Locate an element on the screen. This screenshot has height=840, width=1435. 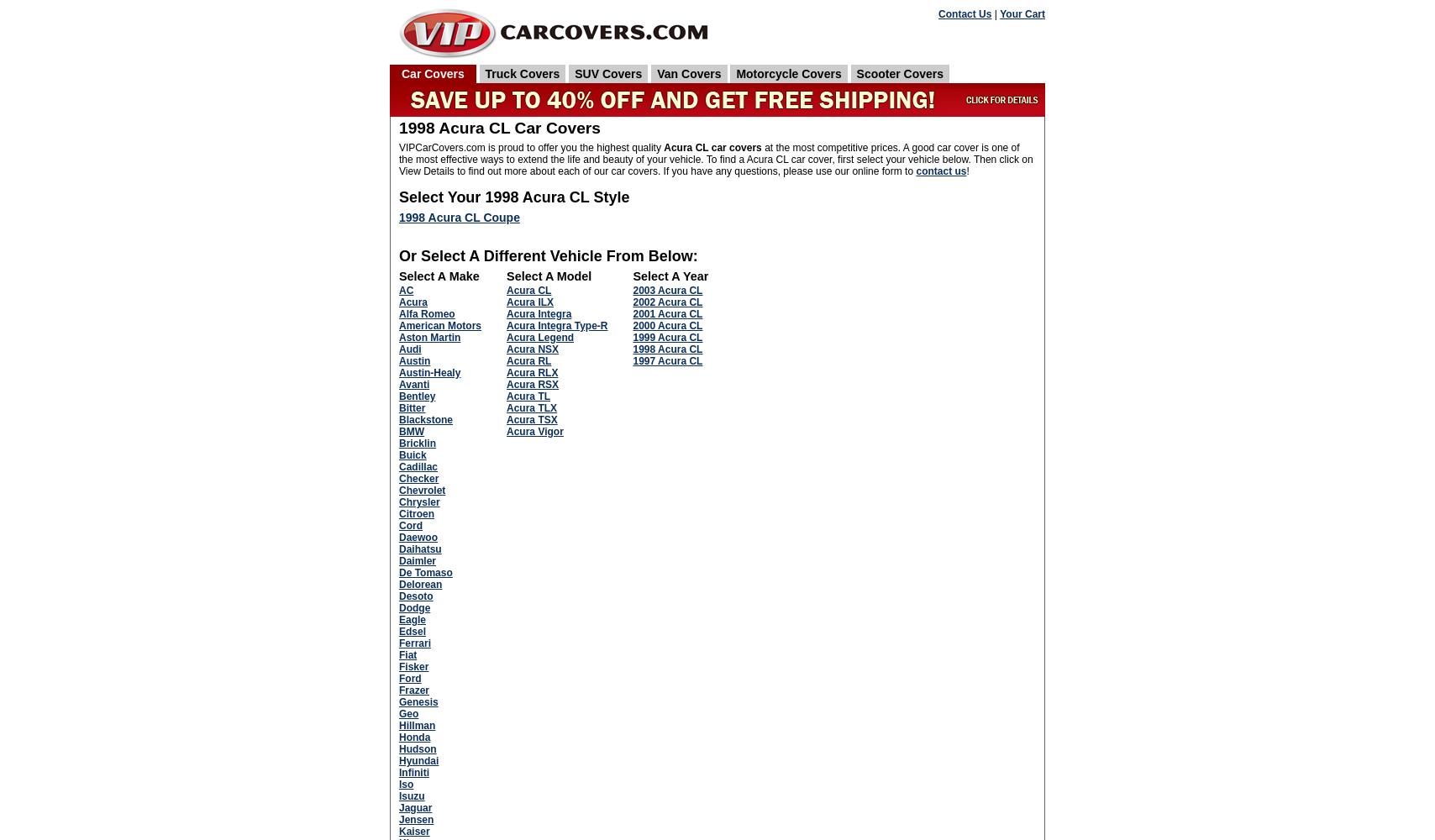
'Acura NSX' is located at coordinates (533, 349).